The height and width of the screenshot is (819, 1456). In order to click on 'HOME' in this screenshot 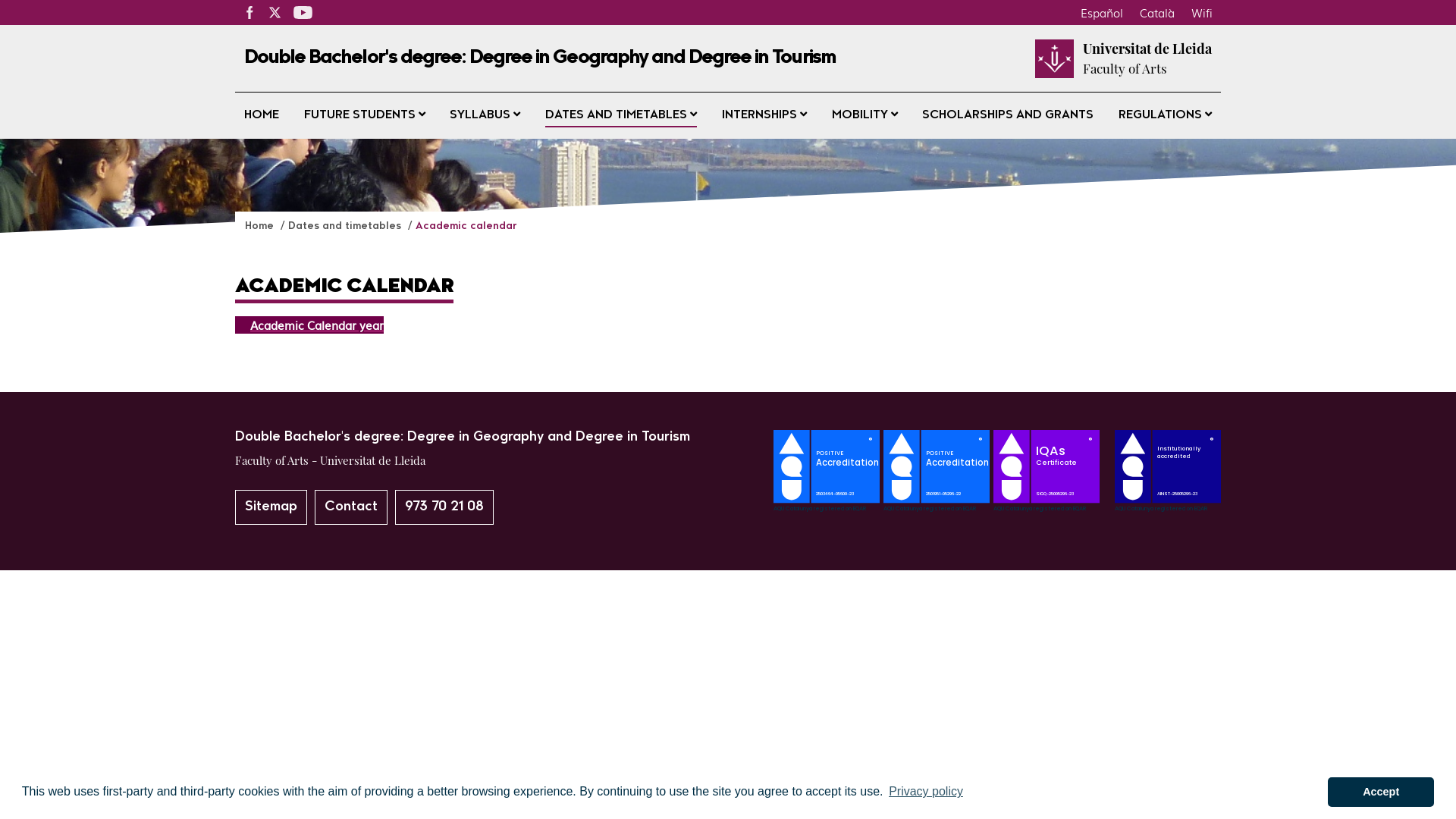, I will do `click(262, 114)`.